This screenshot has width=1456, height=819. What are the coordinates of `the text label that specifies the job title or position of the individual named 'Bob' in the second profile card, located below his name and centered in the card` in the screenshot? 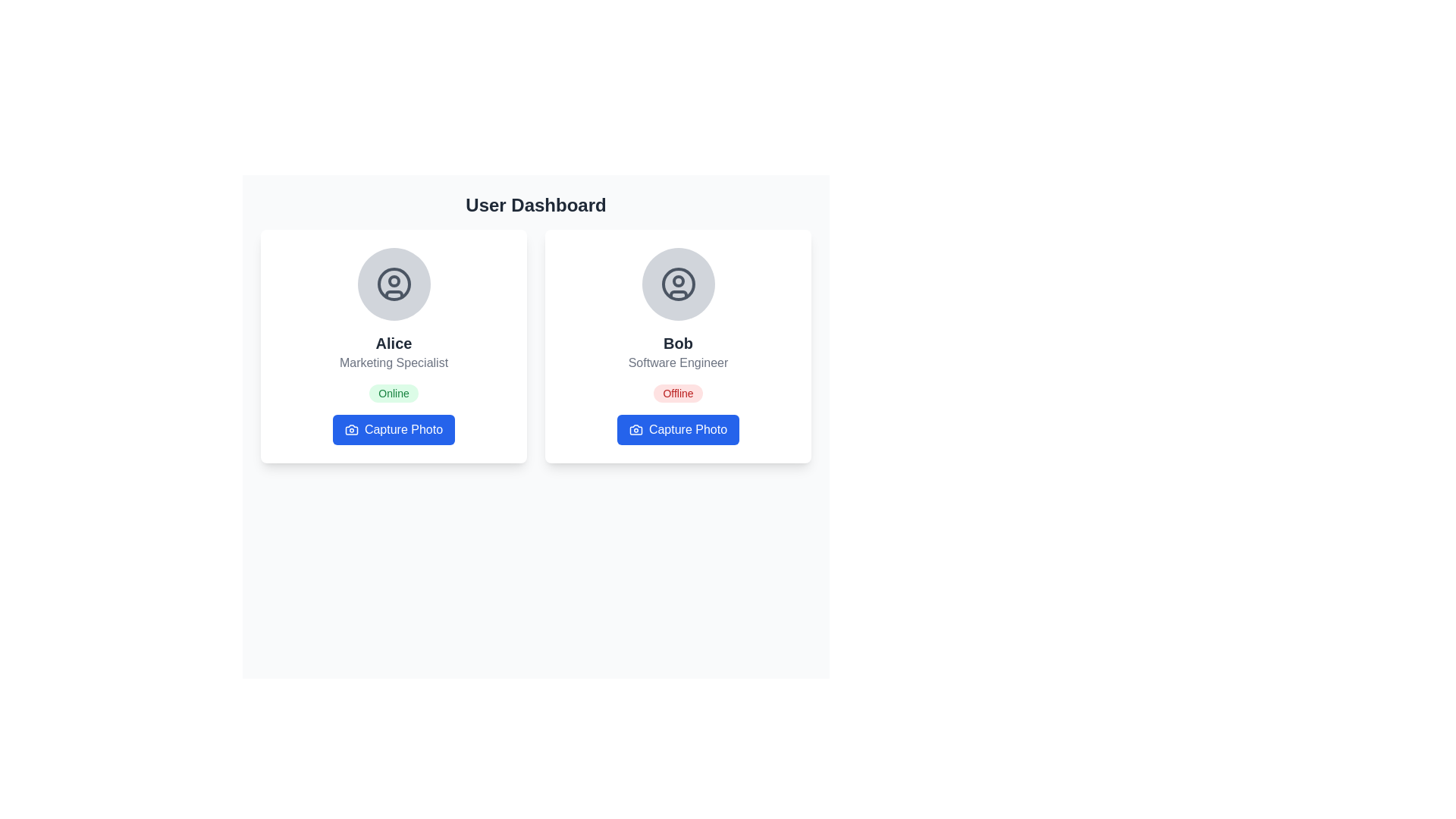 It's located at (677, 362).